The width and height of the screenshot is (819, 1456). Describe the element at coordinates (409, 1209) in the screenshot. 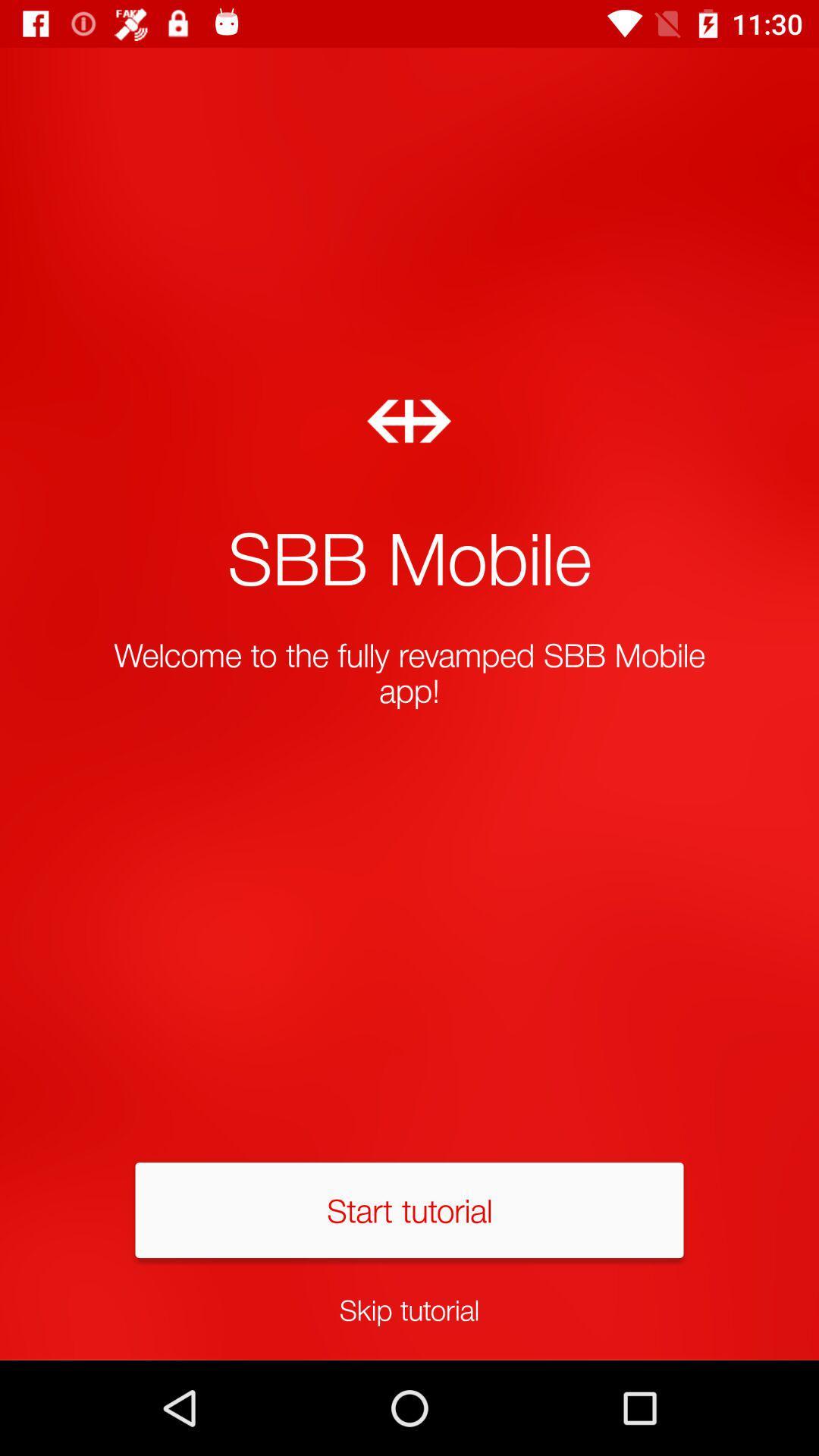

I see `icon above the skip tutorial` at that location.